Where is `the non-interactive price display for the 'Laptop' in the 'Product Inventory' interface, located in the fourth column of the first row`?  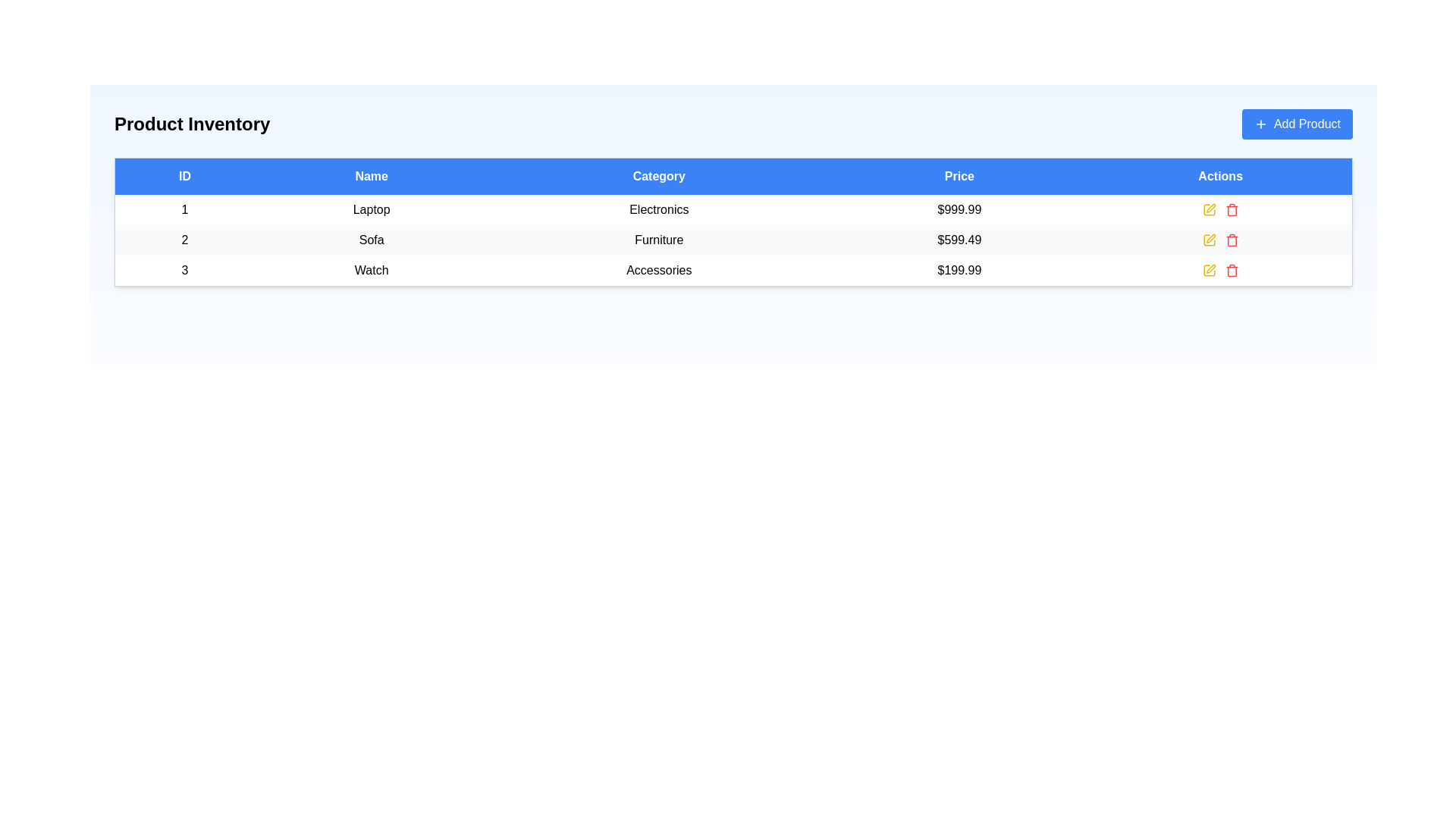 the non-interactive price display for the 'Laptop' in the 'Product Inventory' interface, located in the fourth column of the first row is located at coordinates (959, 210).